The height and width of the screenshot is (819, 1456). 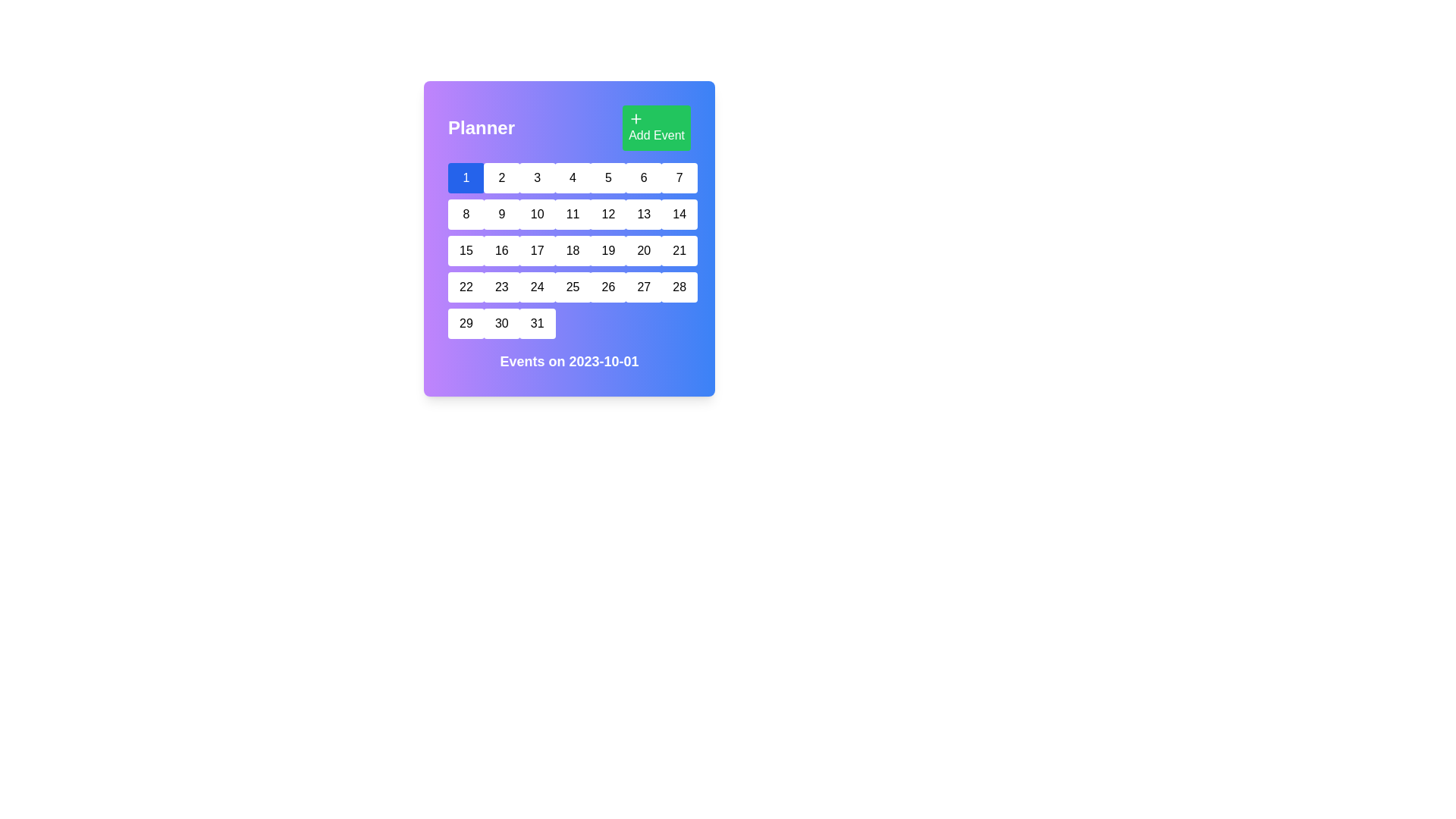 What do you see at coordinates (679, 287) in the screenshot?
I see `the button displaying '28', which is a rounded rectangular box with a white background and black text` at bounding box center [679, 287].